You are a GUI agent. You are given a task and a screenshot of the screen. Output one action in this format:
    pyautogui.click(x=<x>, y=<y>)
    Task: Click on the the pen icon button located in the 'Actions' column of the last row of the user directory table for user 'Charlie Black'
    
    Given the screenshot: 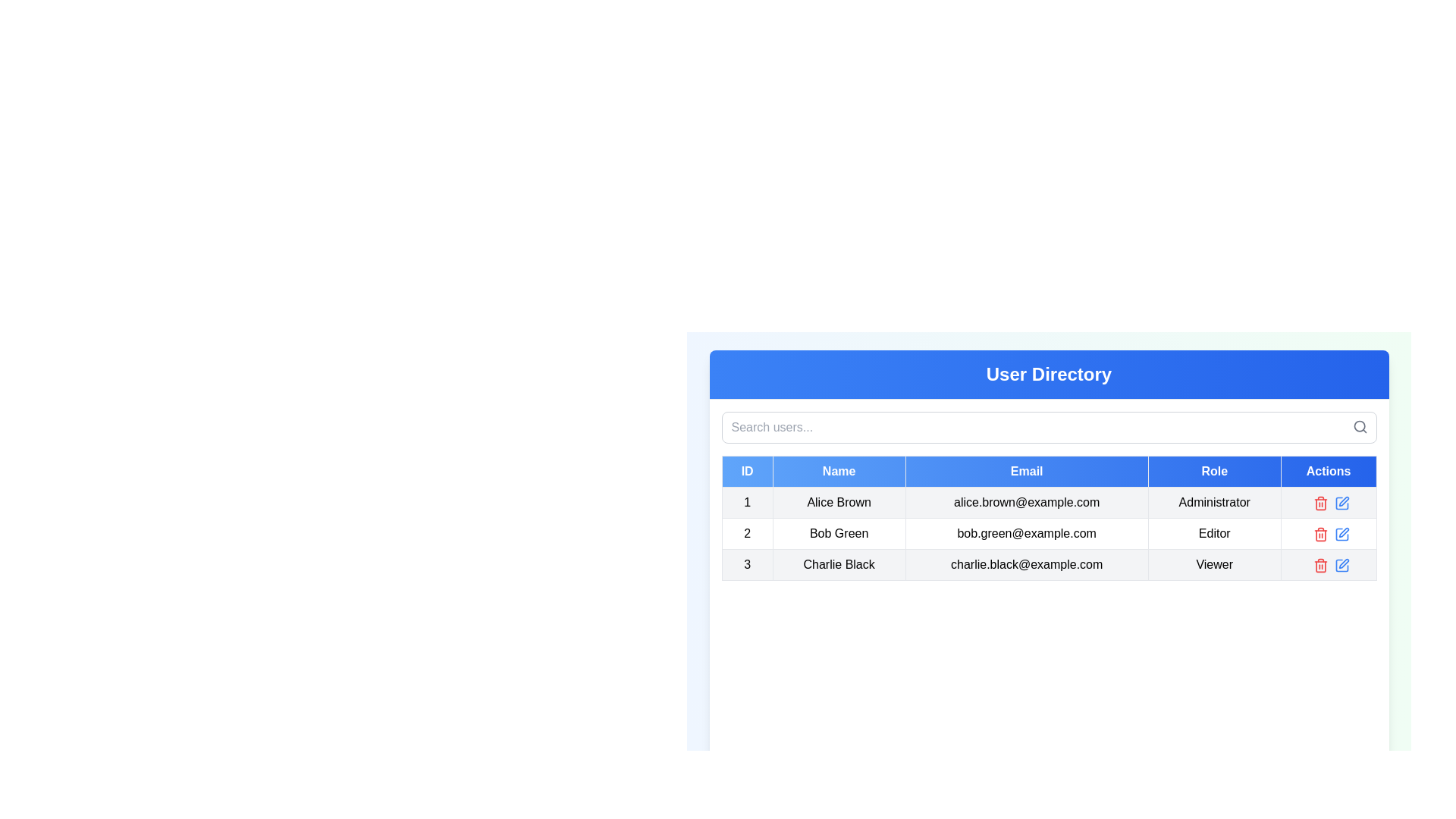 What is the action you would take?
    pyautogui.click(x=1344, y=563)
    